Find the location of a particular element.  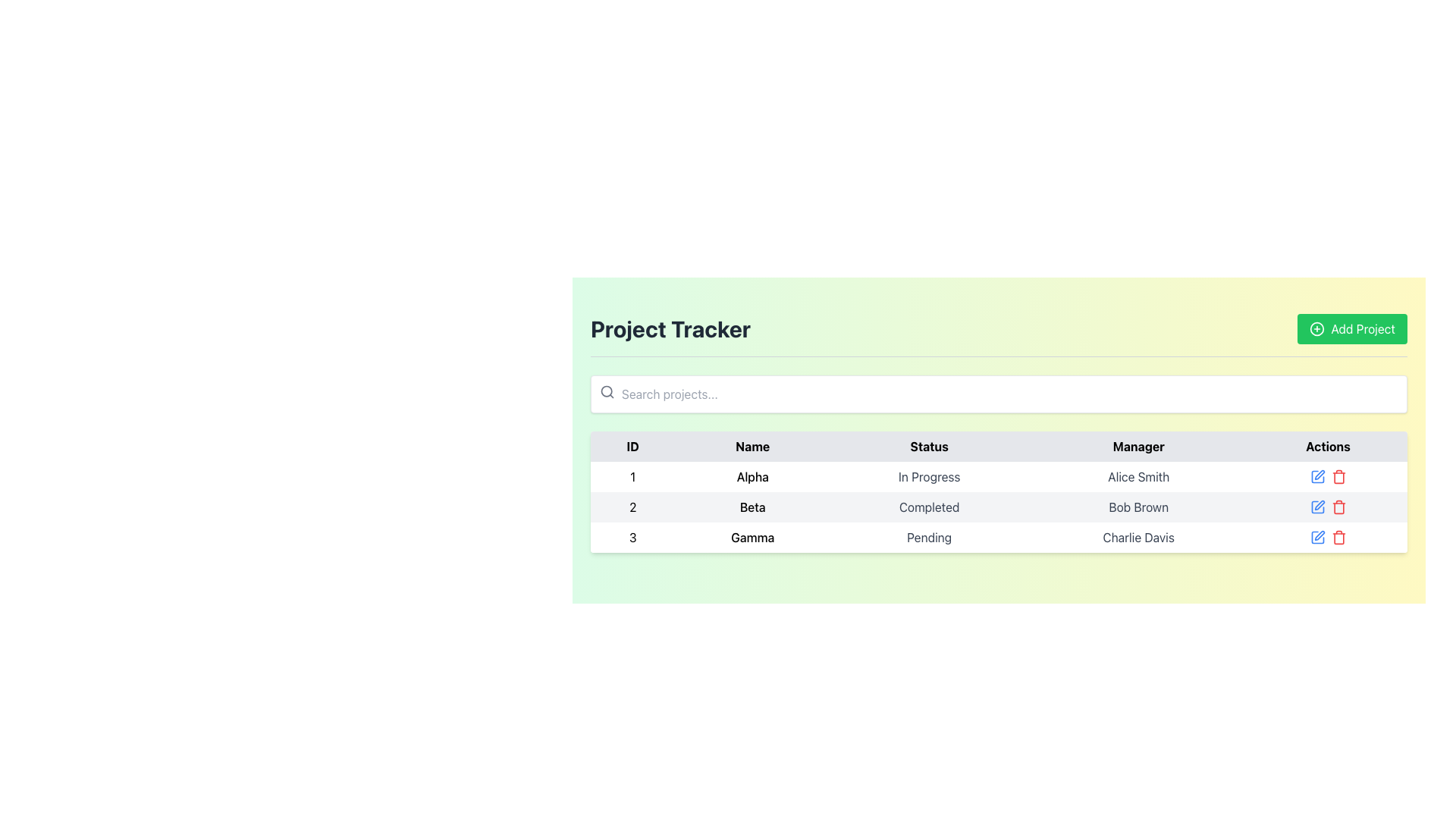

the text label displaying 'Bob Brown' in the 'Manager' column of the second project's row in the table is located at coordinates (1138, 507).